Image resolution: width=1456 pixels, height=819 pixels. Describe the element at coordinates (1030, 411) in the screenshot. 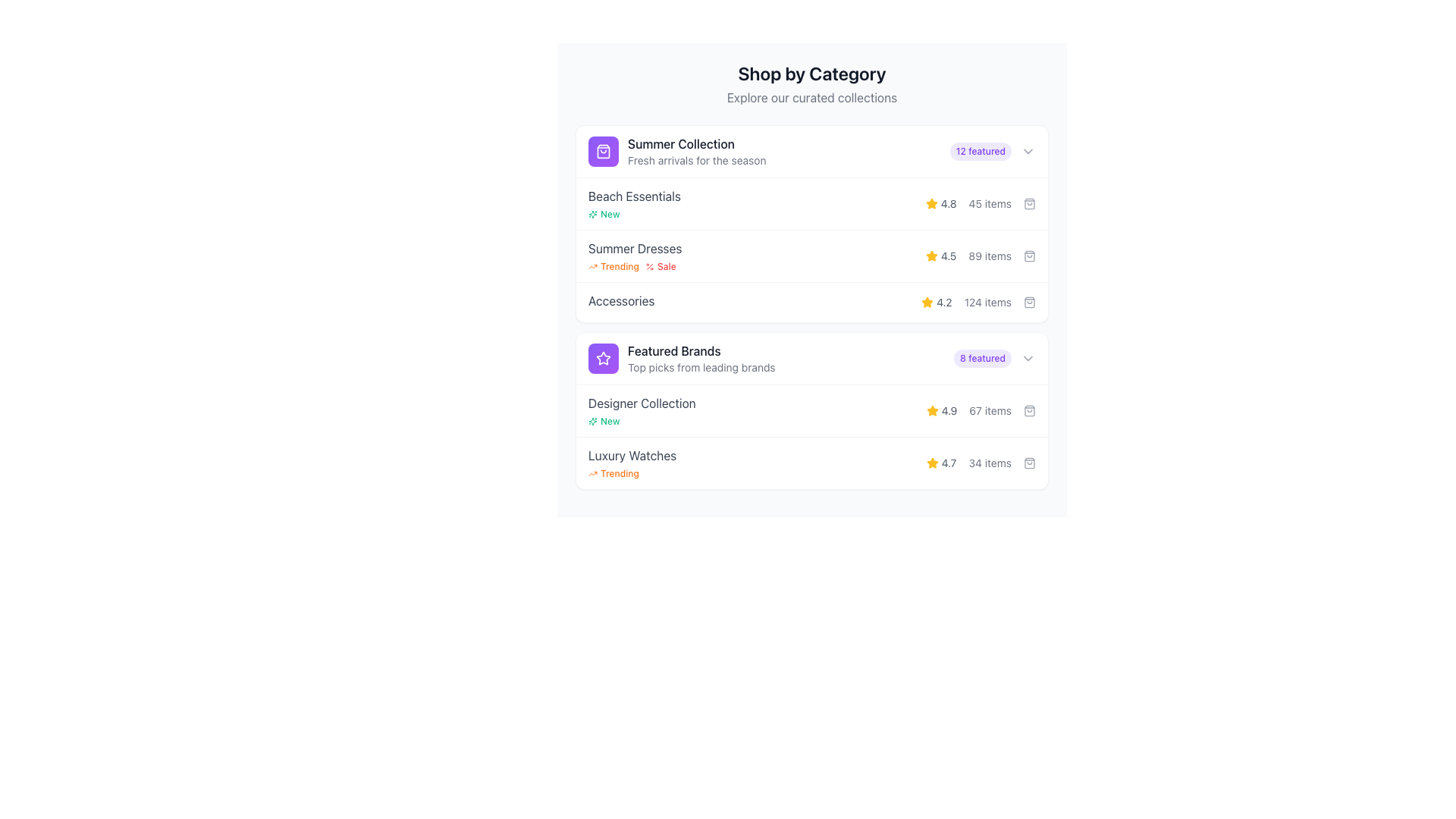

I see `the icon indicating the ability` at that location.